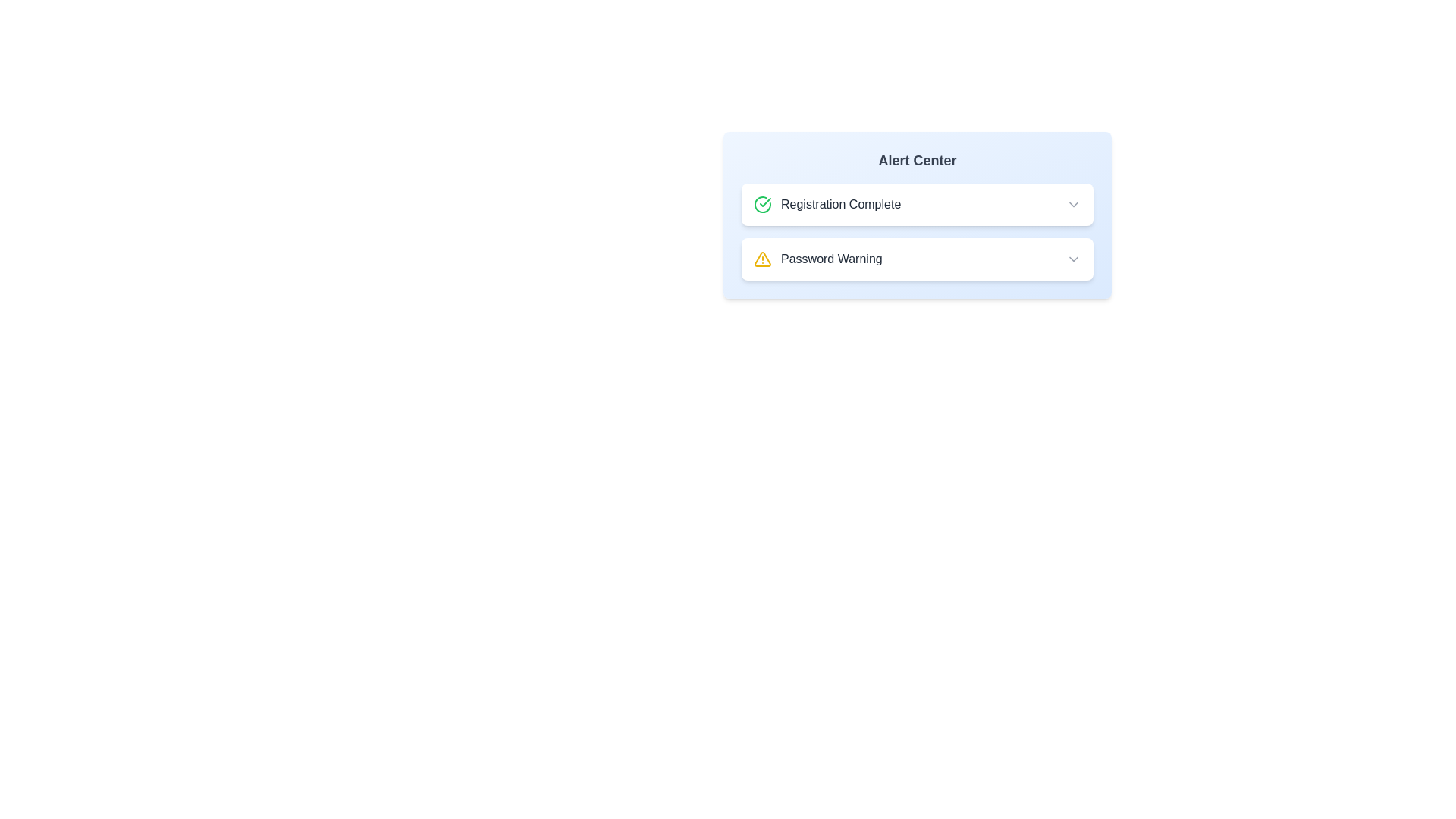  Describe the element at coordinates (916, 259) in the screenshot. I see `the alert title Password Warning` at that location.